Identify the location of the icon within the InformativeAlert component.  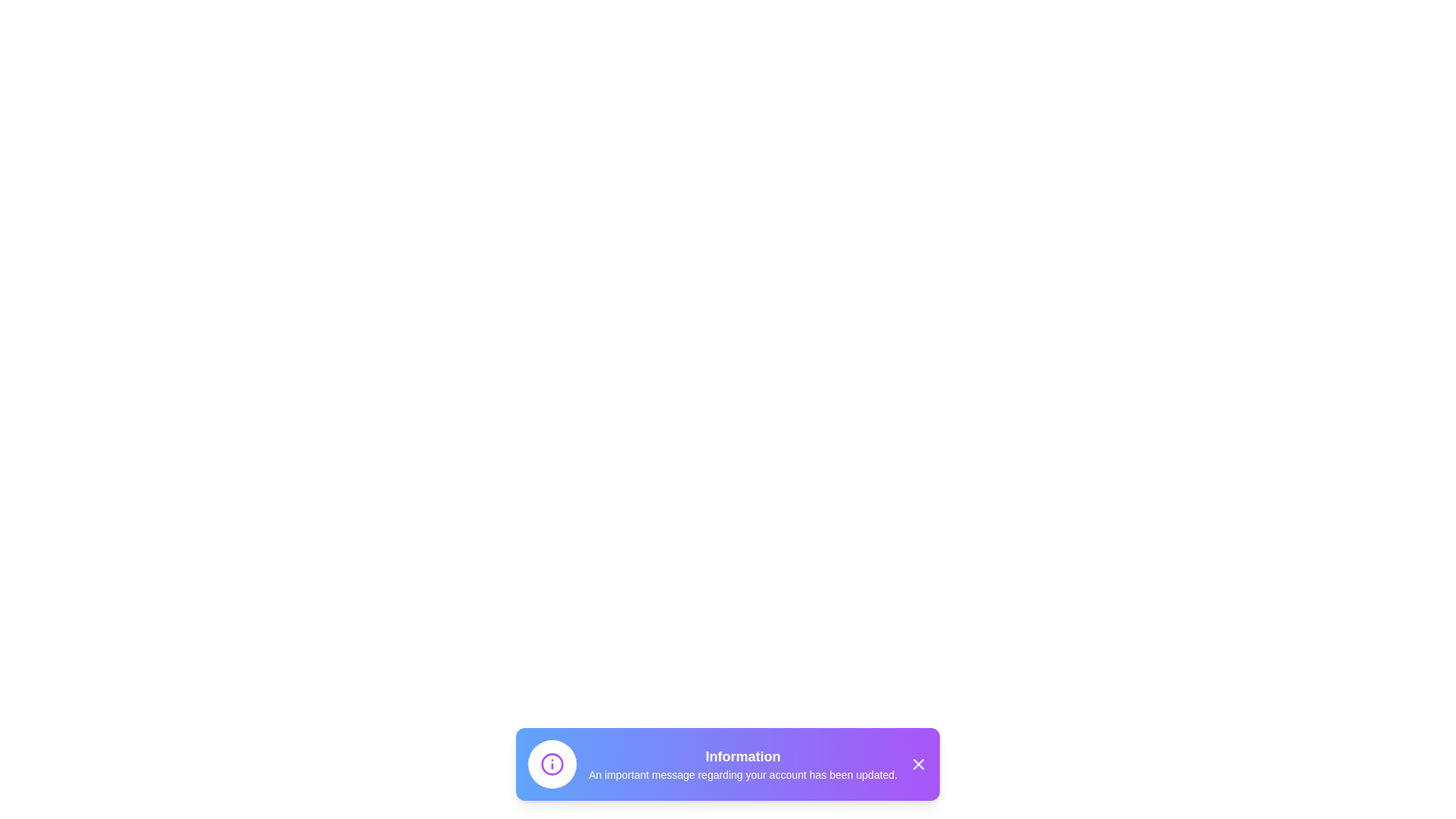
(551, 764).